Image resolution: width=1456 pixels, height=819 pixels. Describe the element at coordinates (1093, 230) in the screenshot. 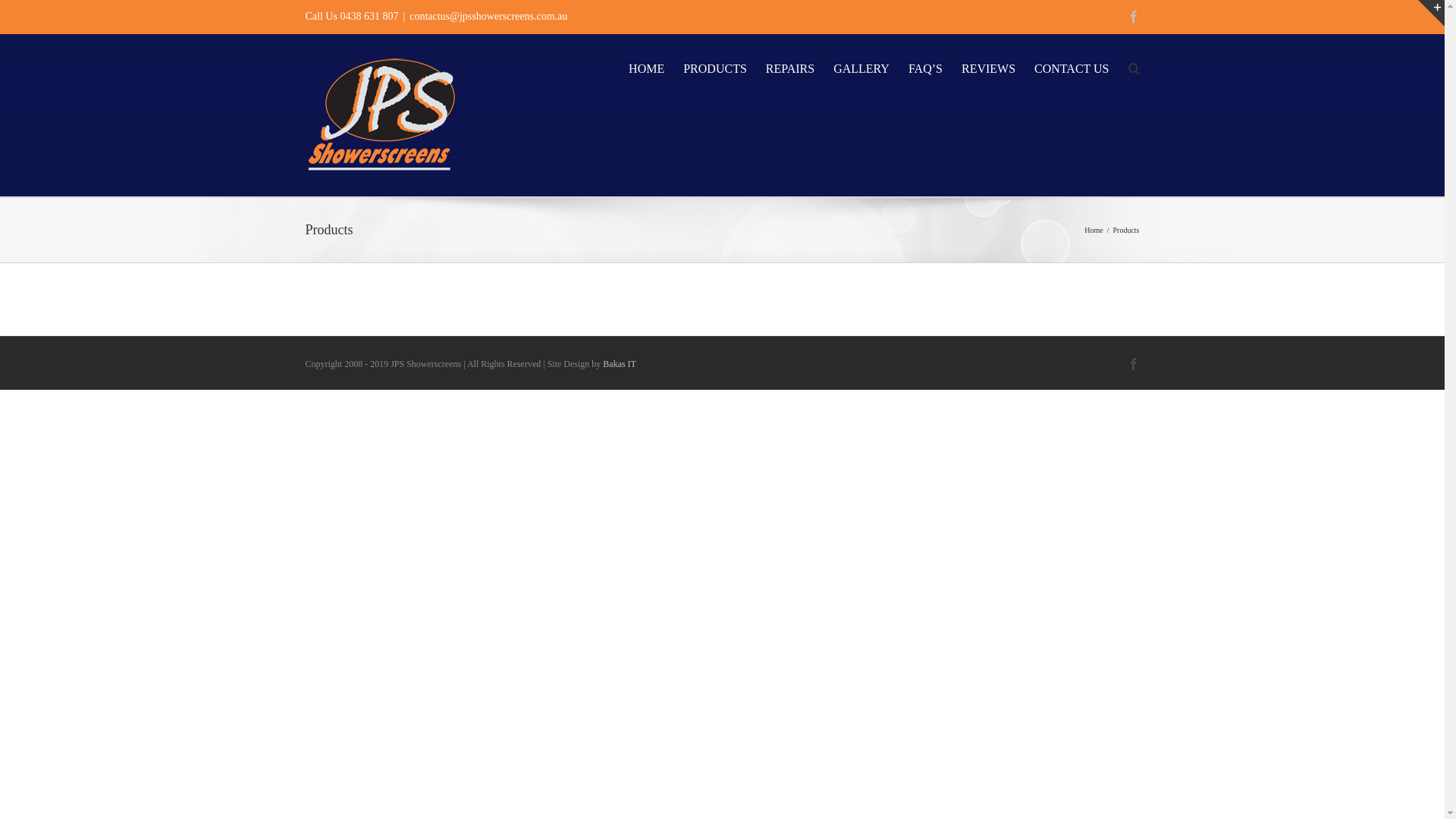

I see `'Home'` at that location.